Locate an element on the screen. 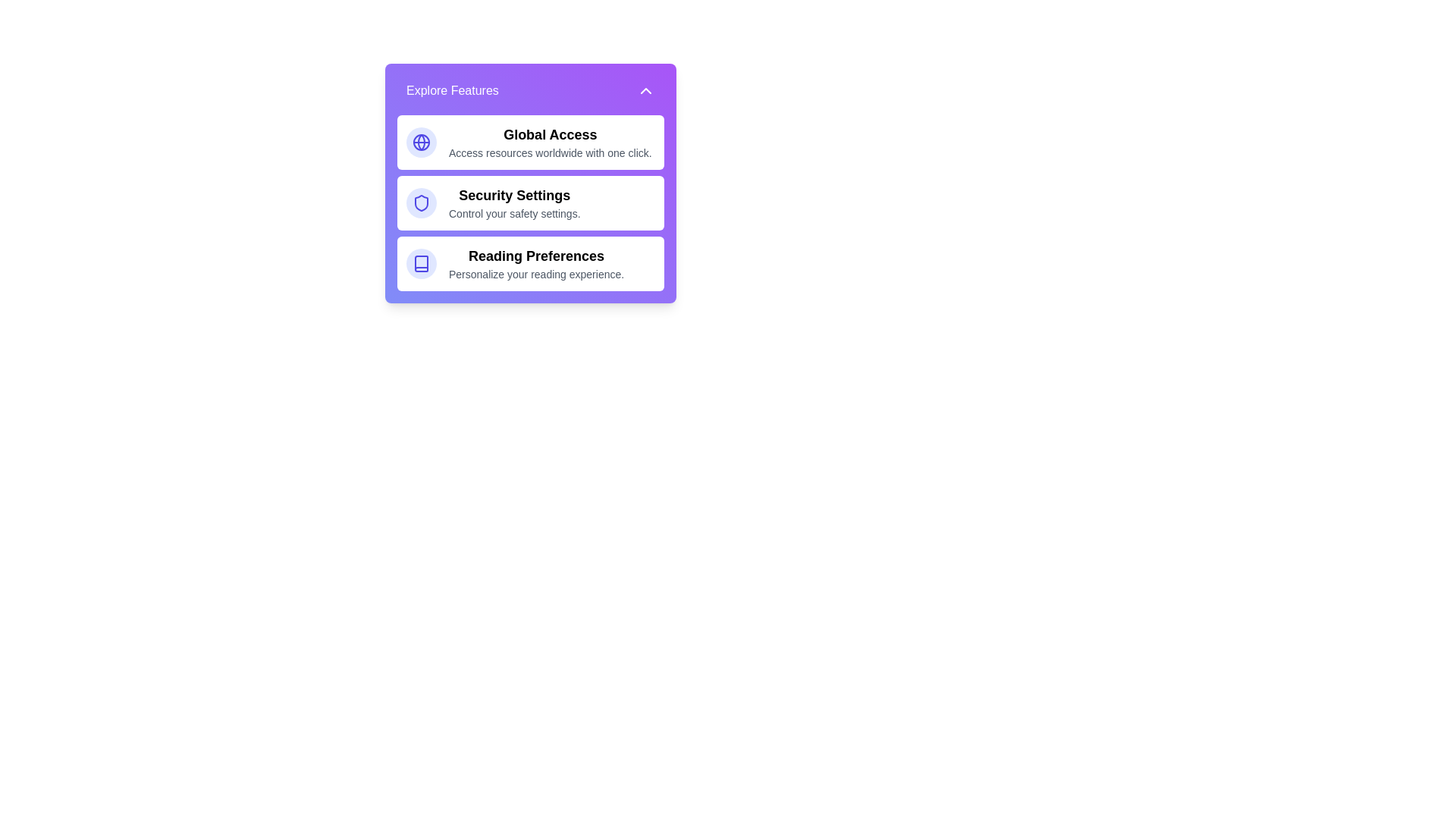 The height and width of the screenshot is (819, 1456). the curved line forming part of the globe icon in the top-left icon of the feature menu is located at coordinates (422, 143).